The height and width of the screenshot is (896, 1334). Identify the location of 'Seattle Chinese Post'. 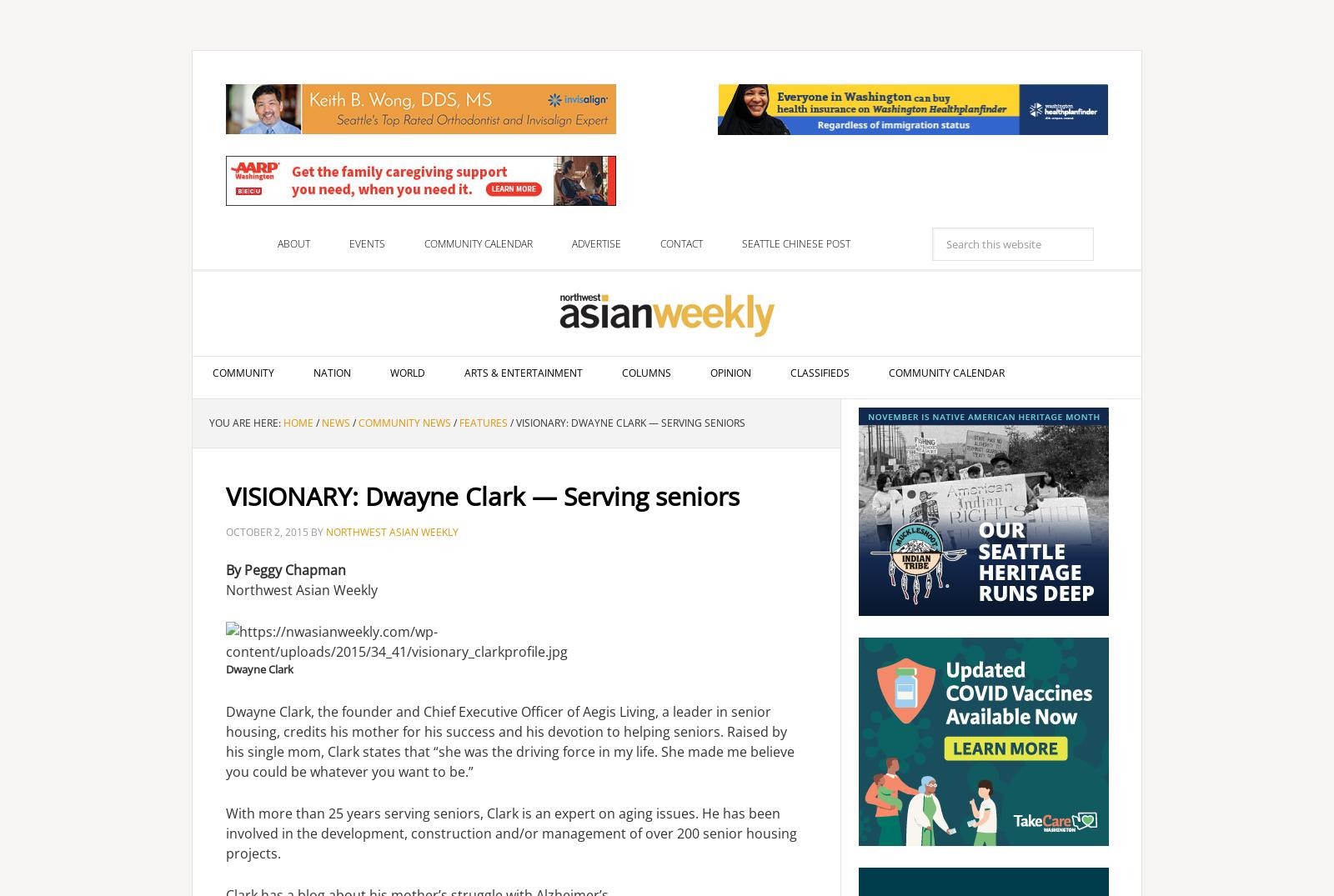
(795, 243).